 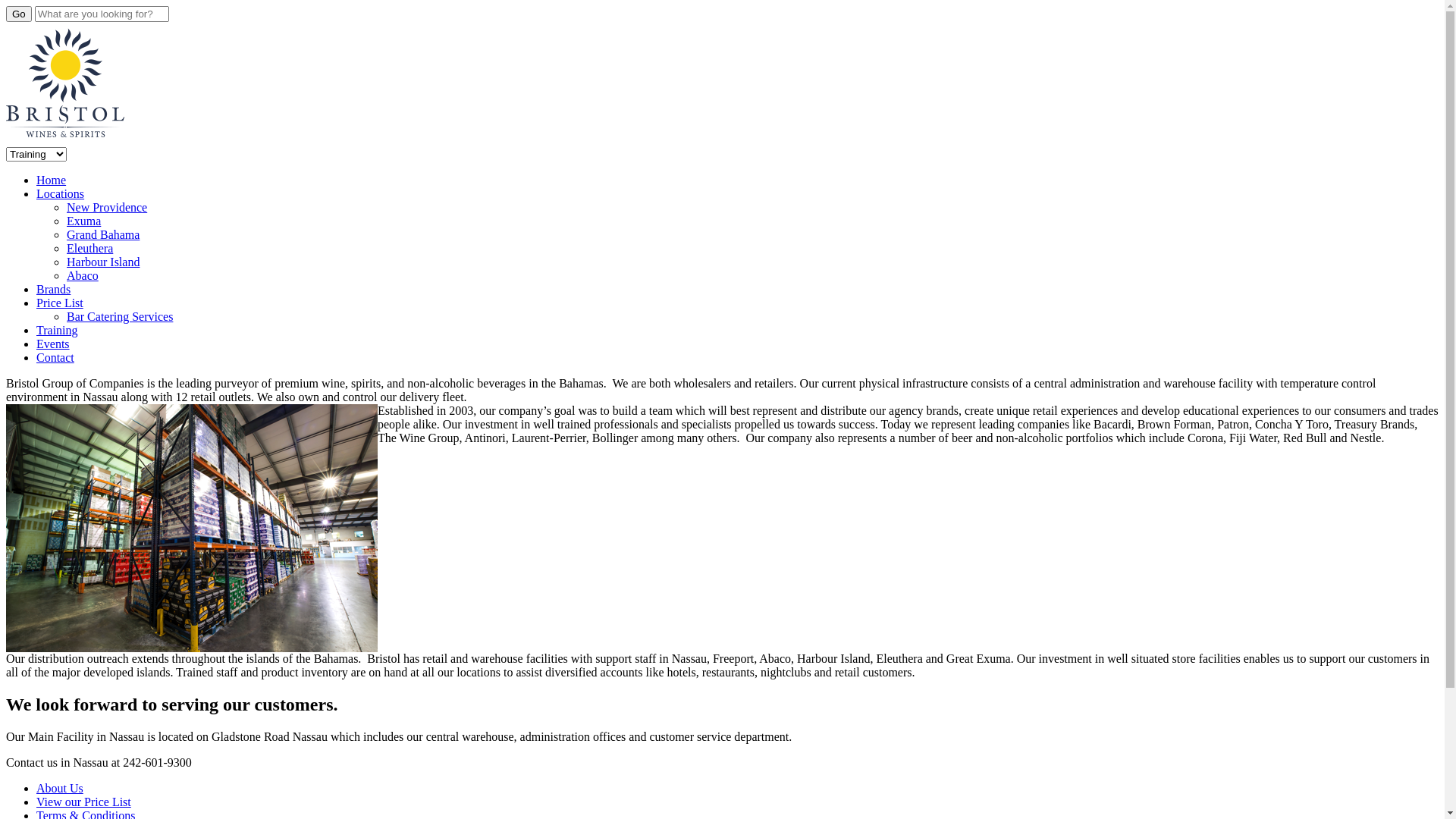 What do you see at coordinates (60, 193) in the screenshot?
I see `'Locations'` at bounding box center [60, 193].